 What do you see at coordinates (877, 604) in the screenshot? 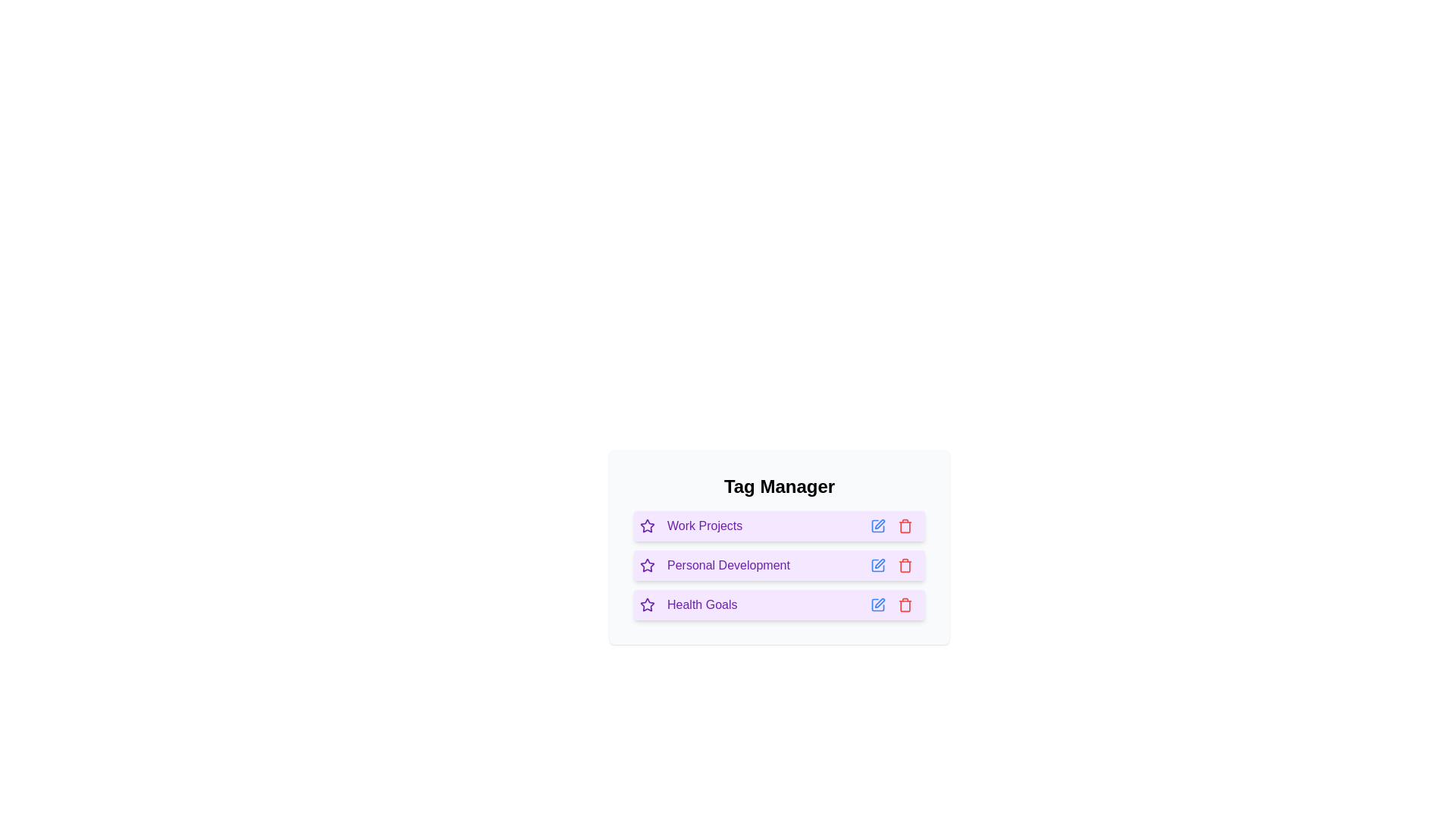
I see `edit button for the tag named Health Goals` at bounding box center [877, 604].